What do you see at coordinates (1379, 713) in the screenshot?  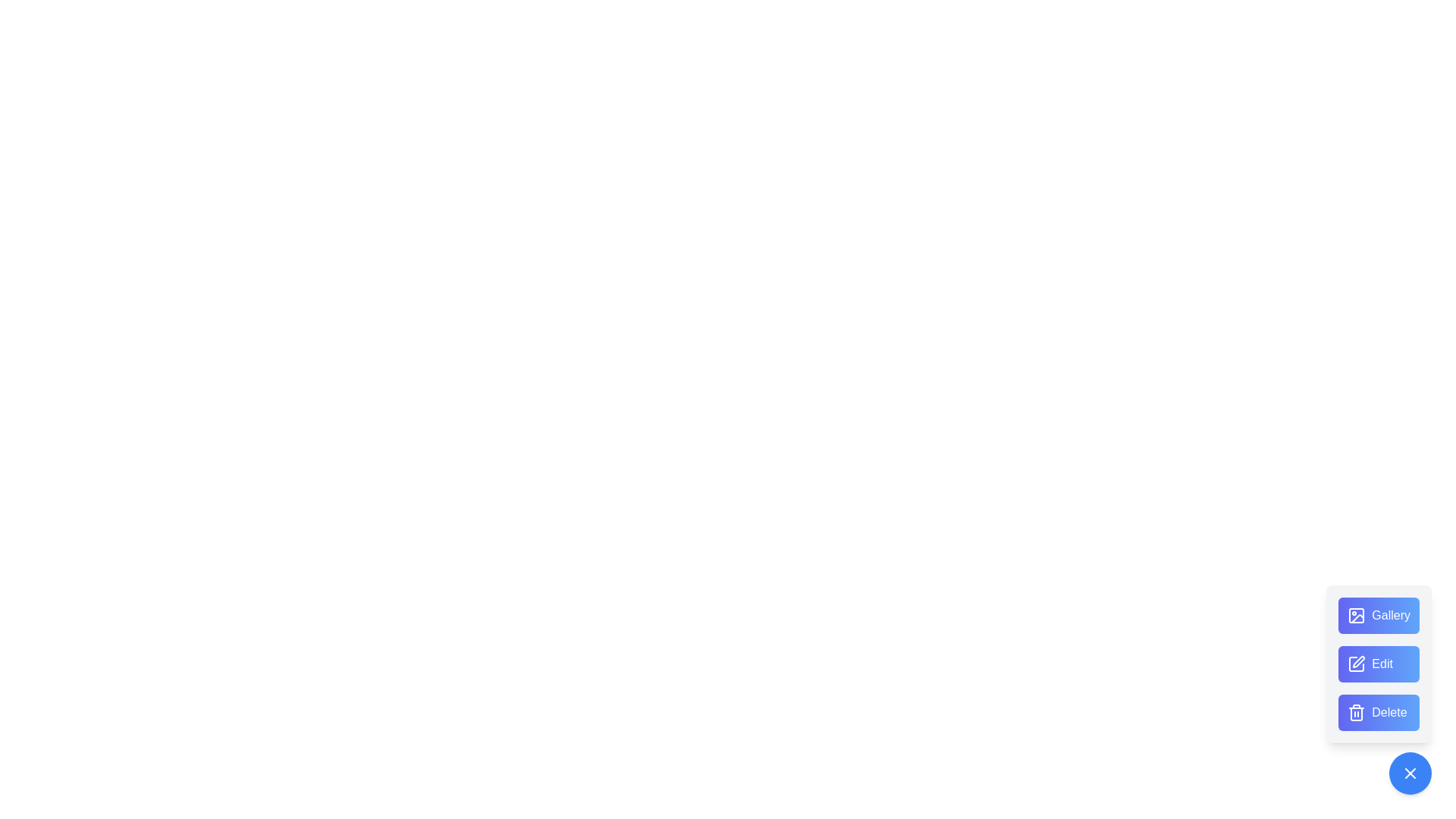 I see `the 'Delete' button to remove an item` at bounding box center [1379, 713].